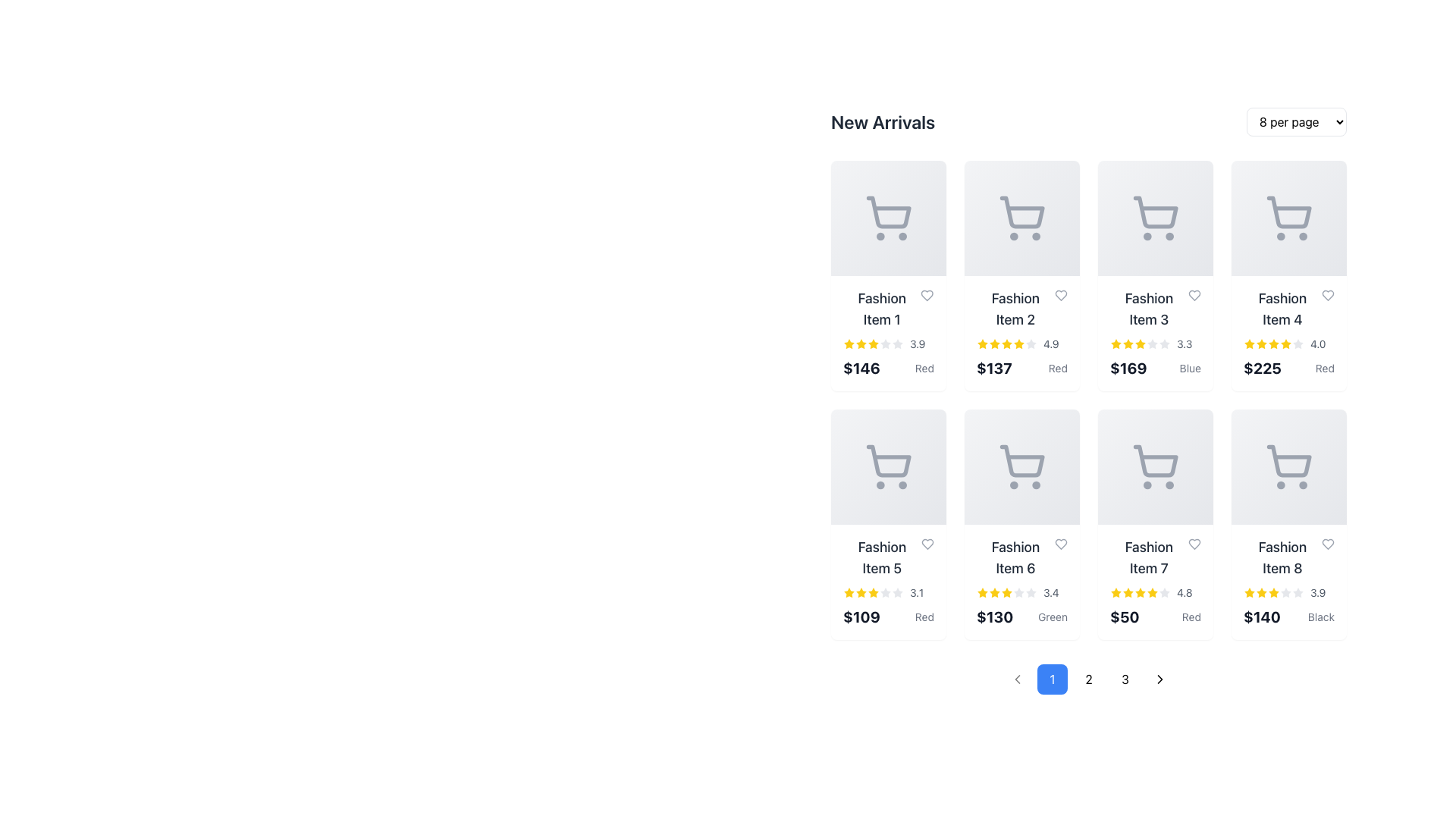 This screenshot has width=1456, height=819. What do you see at coordinates (1052, 617) in the screenshot?
I see `the text label that describes the color attribute of the fashion item, located in the bottom section of the sixth card in the second row, positioned to the right of the '$130' text` at bounding box center [1052, 617].